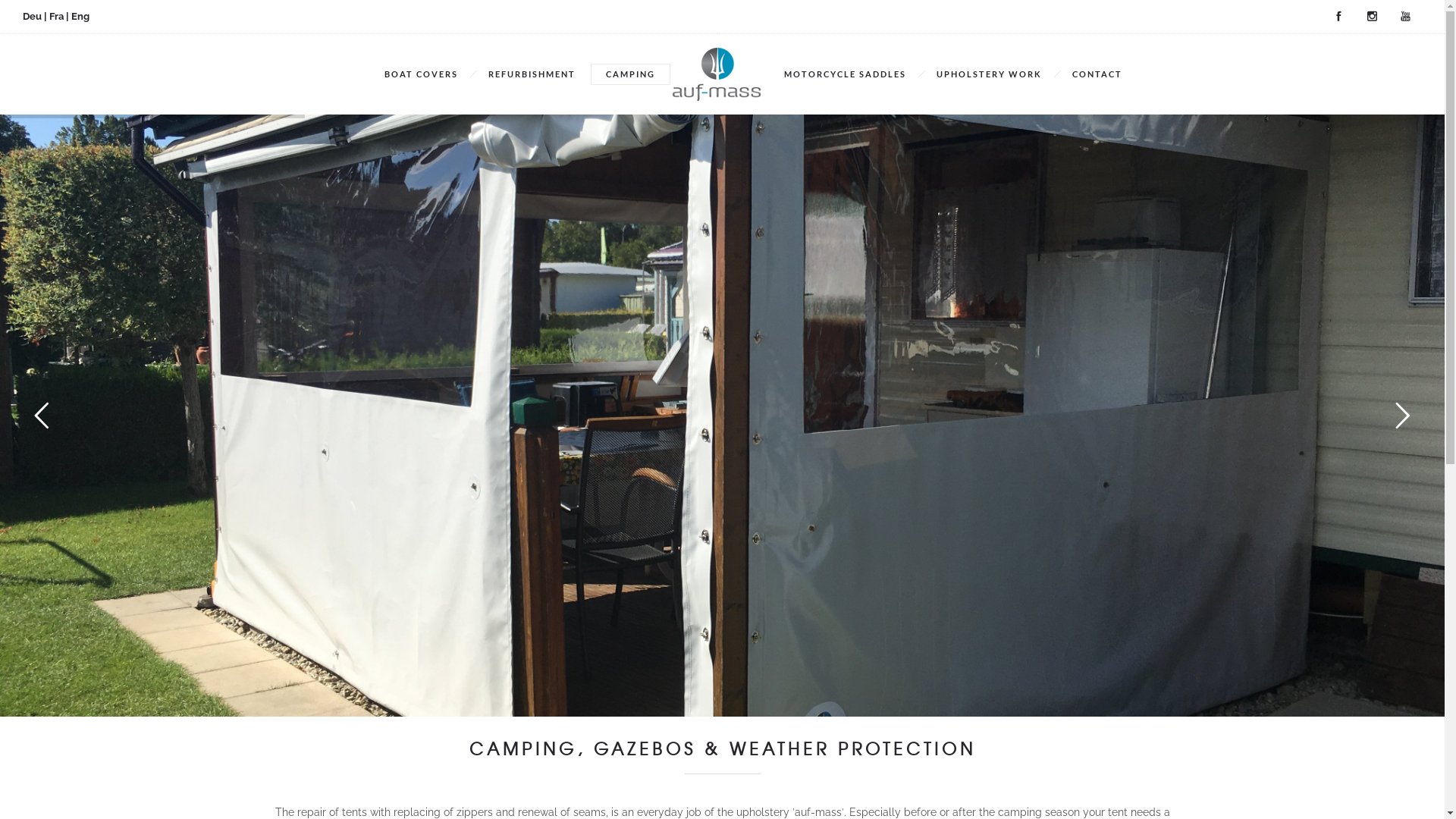  What do you see at coordinates (532, 74) in the screenshot?
I see `'REFURBISHMENT'` at bounding box center [532, 74].